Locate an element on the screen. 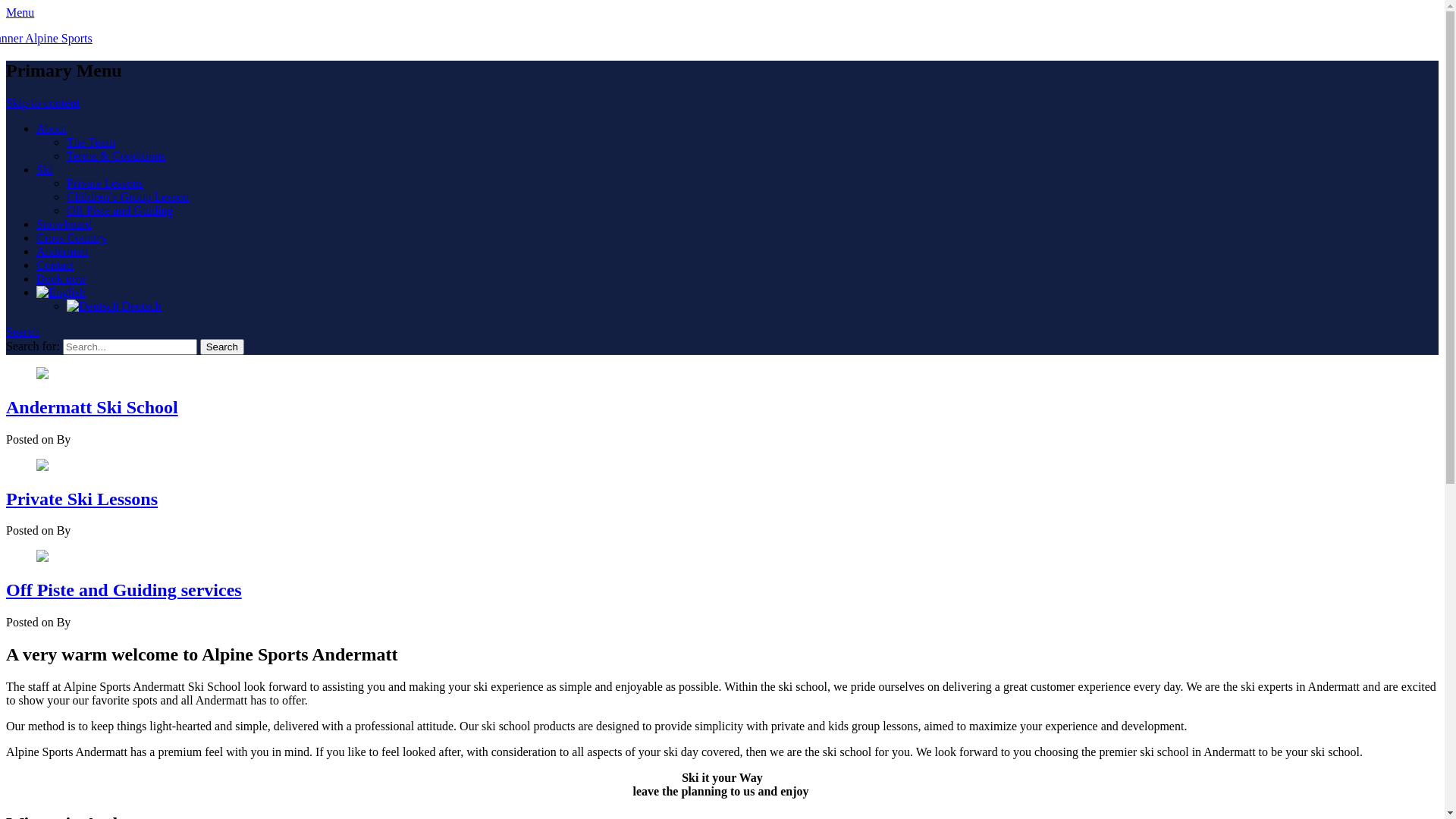 The width and height of the screenshot is (1456, 819). 'Terms & Conditions' is located at coordinates (115, 155).